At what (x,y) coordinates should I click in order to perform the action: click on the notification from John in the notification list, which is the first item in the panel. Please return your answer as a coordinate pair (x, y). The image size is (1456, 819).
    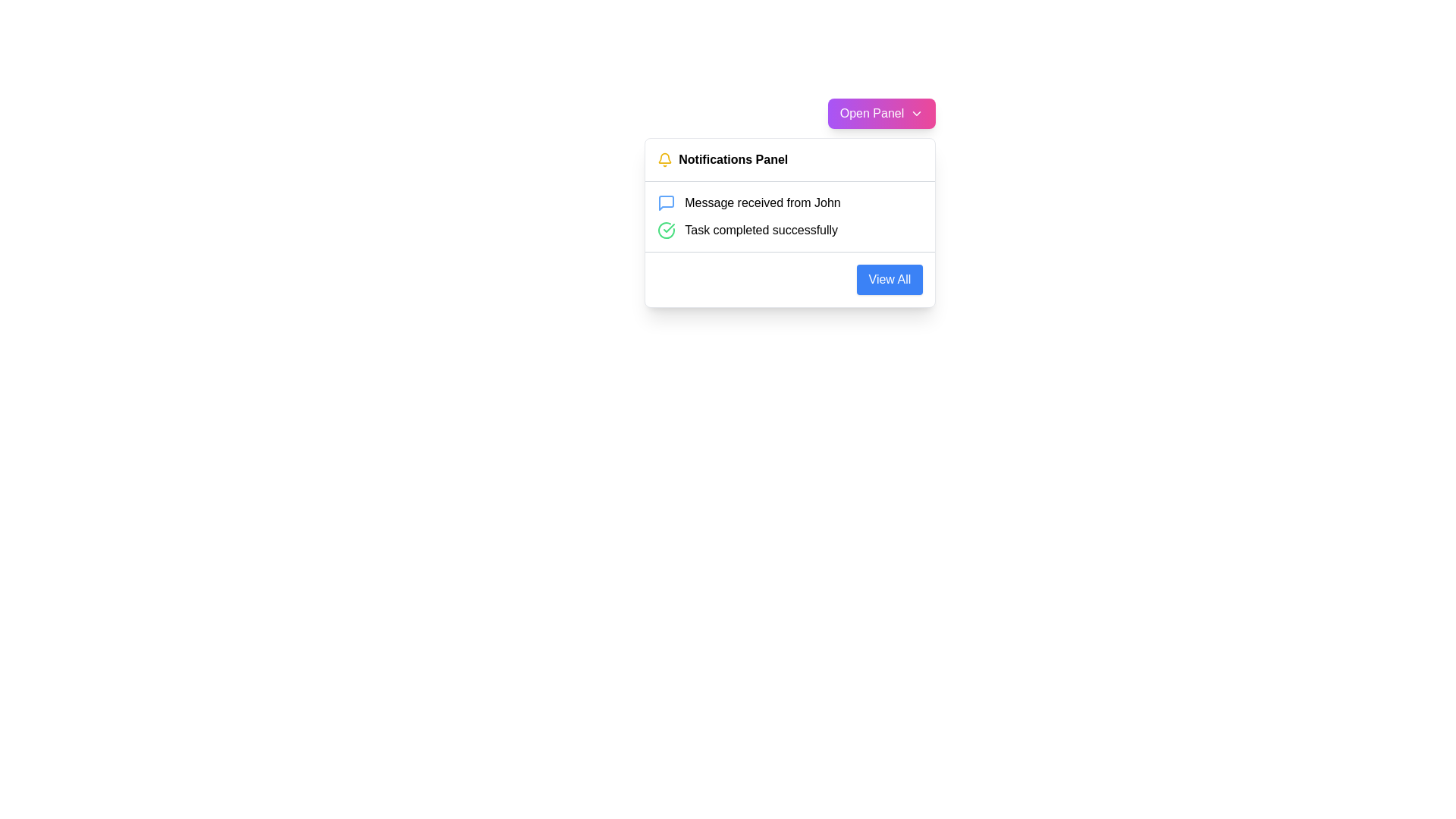
    Looking at the image, I should click on (789, 202).